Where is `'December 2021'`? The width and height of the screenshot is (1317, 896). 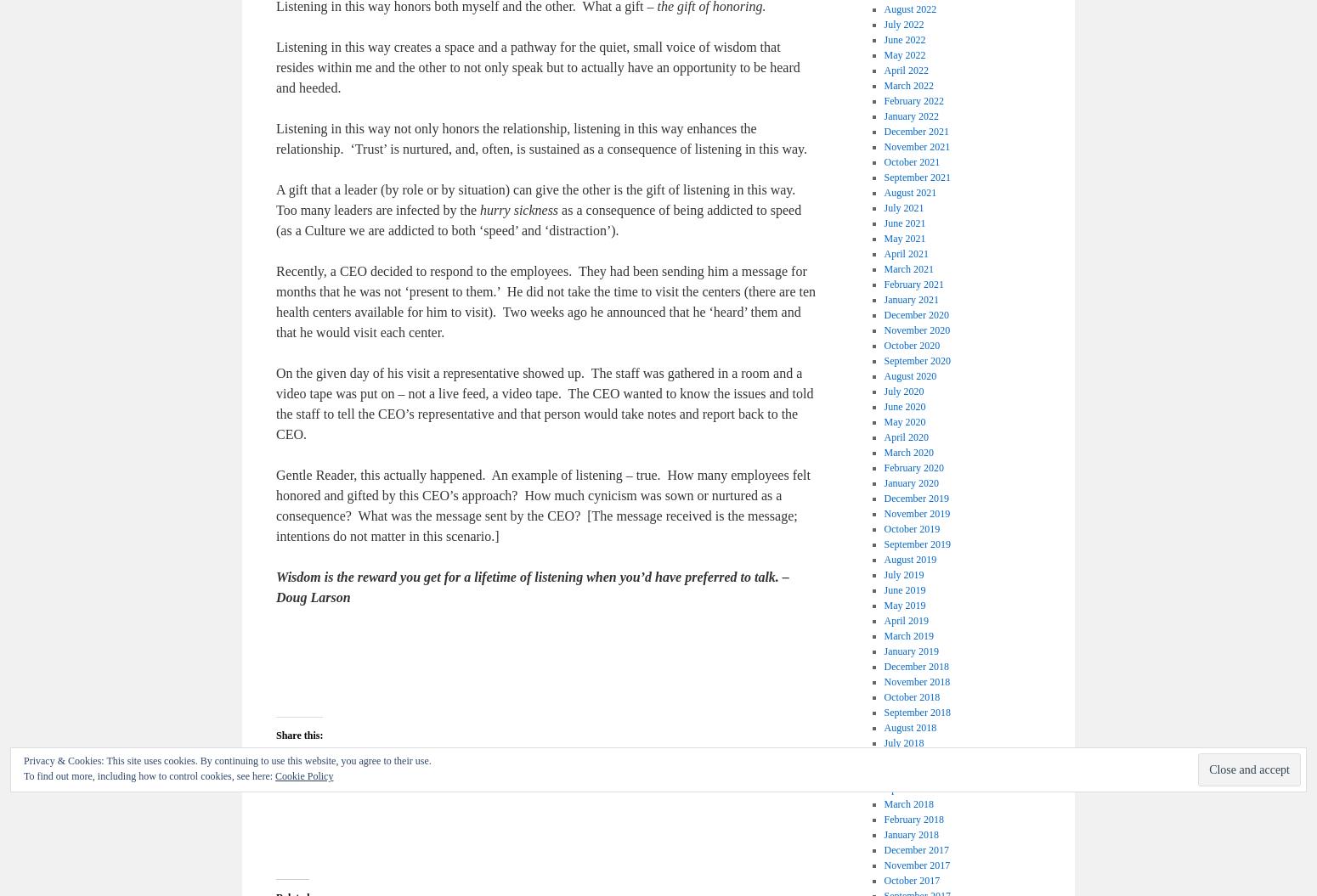 'December 2021' is located at coordinates (916, 131).